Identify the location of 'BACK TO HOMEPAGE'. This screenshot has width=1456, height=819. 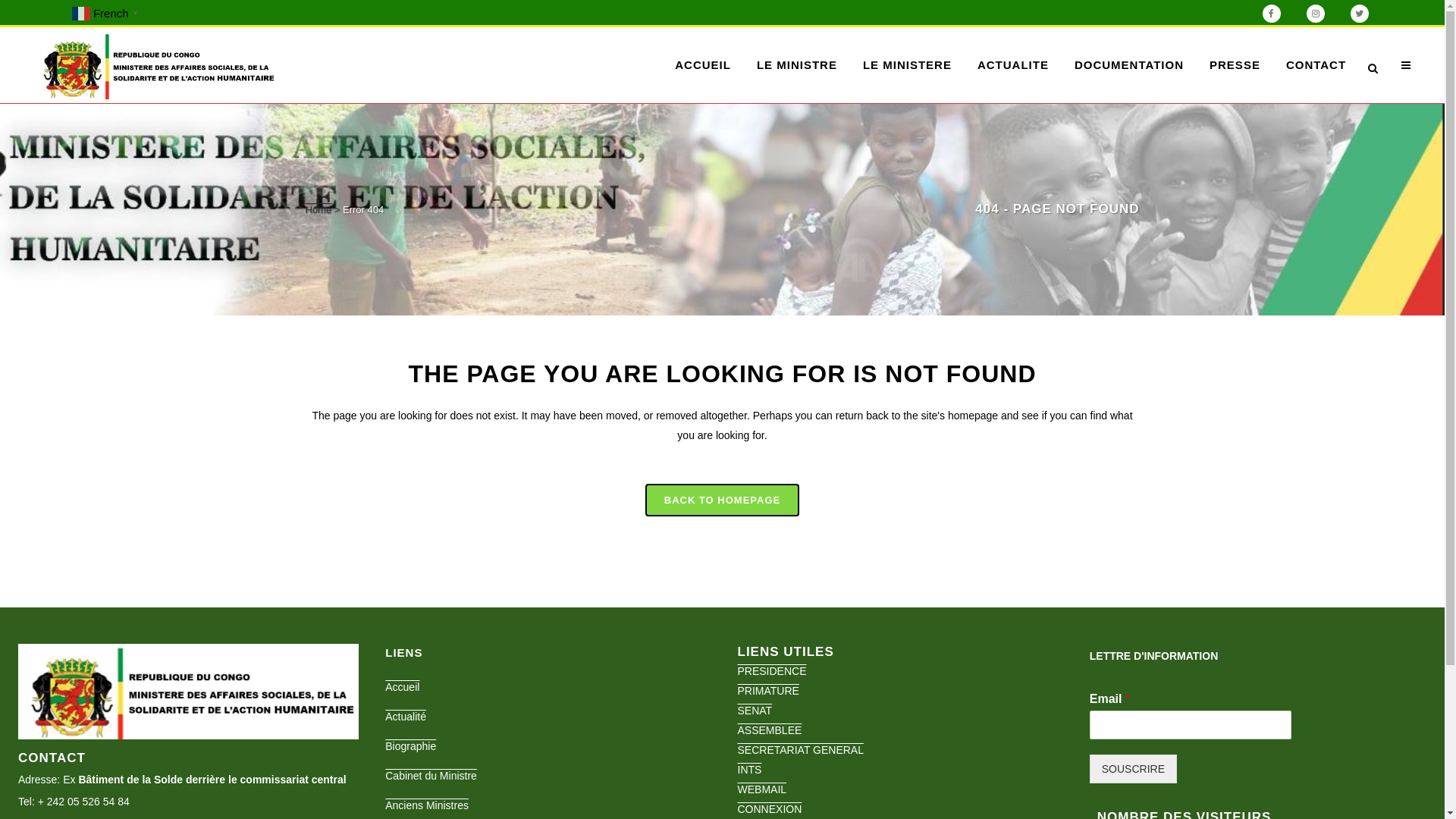
(645, 500).